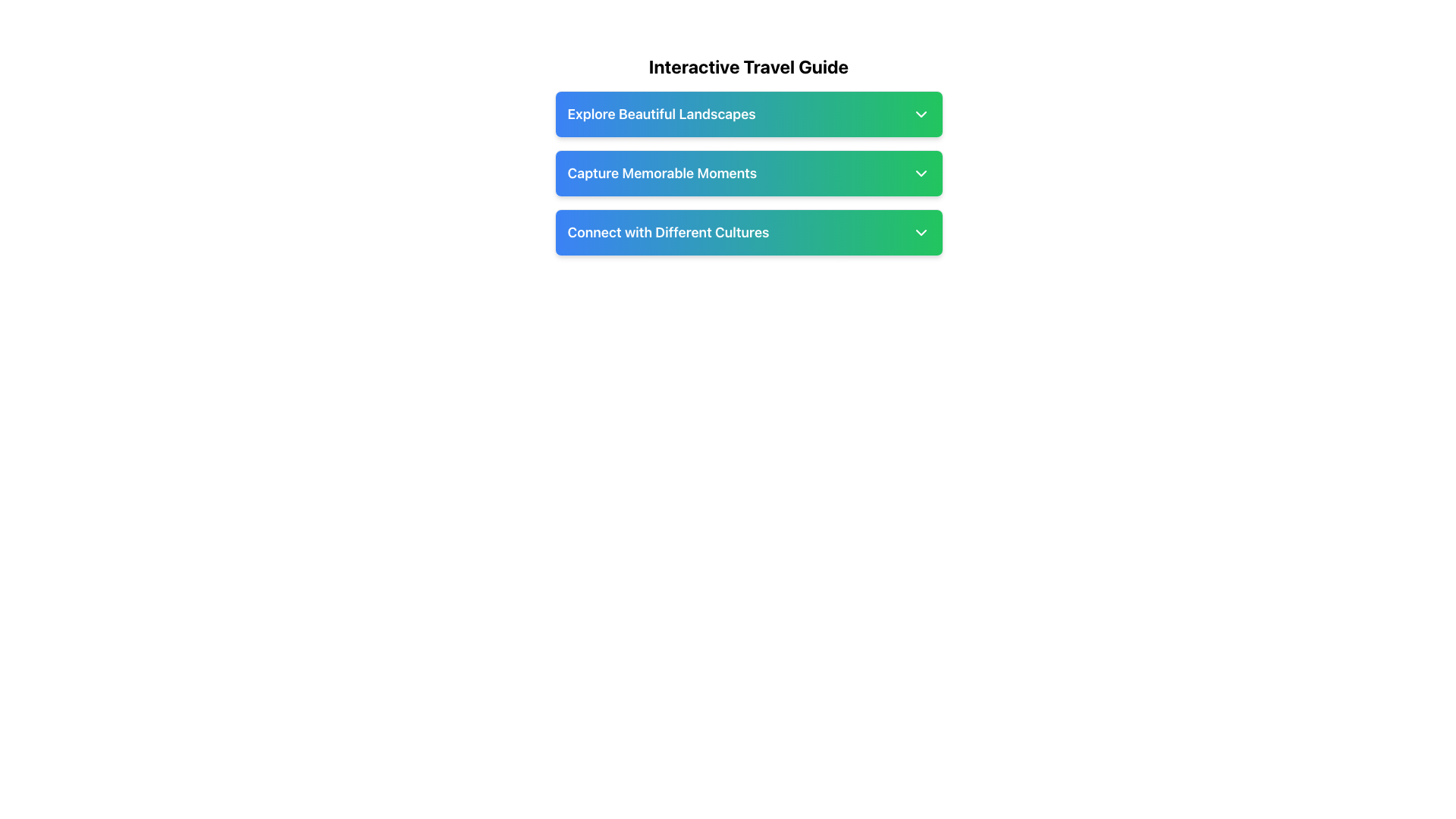  What do you see at coordinates (748, 172) in the screenshot?
I see `the expandable panel titled 'Capture Memorable Moments'` at bounding box center [748, 172].